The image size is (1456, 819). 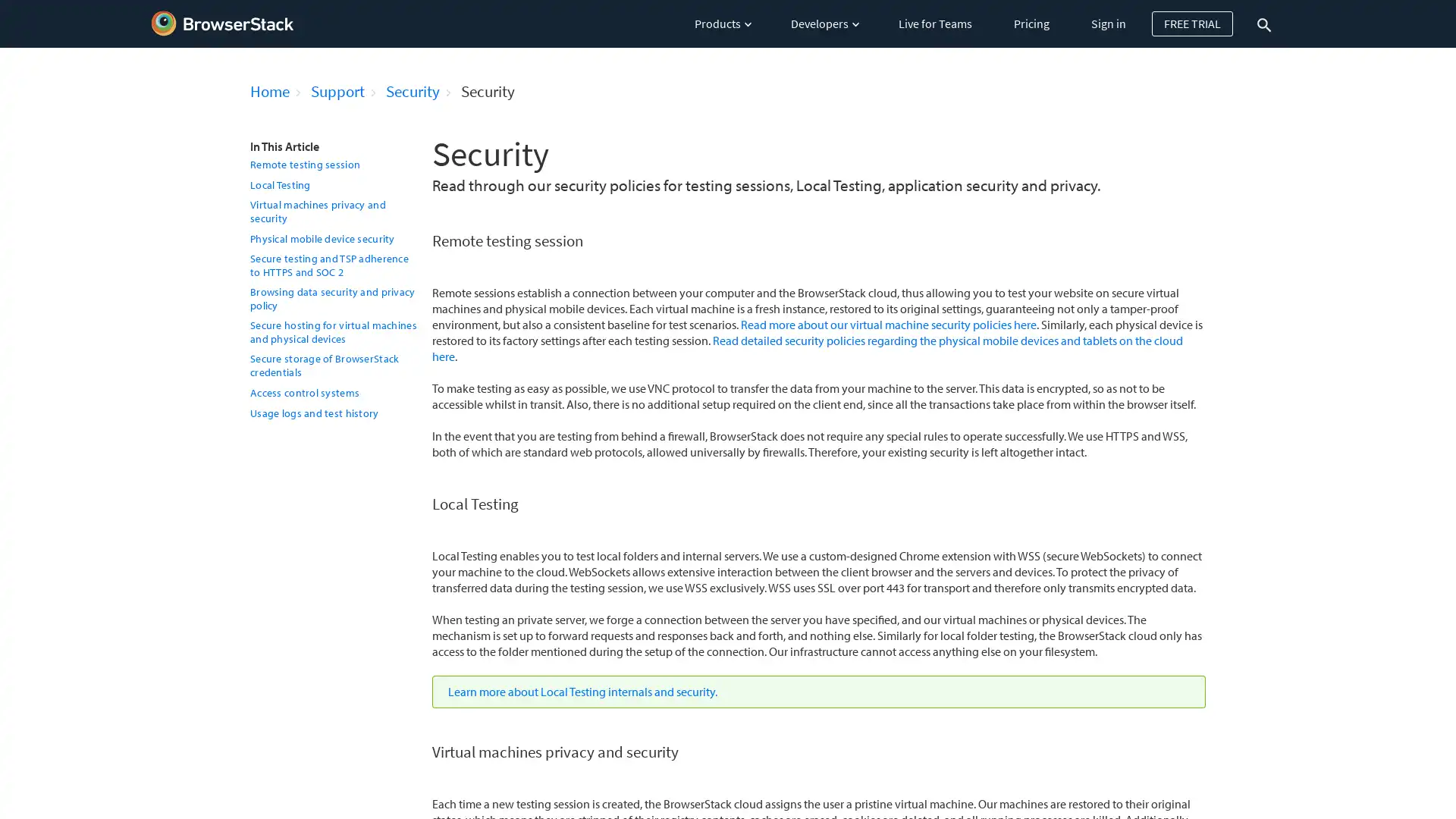 I want to click on Skip to main content, so click(x=2, y=6).